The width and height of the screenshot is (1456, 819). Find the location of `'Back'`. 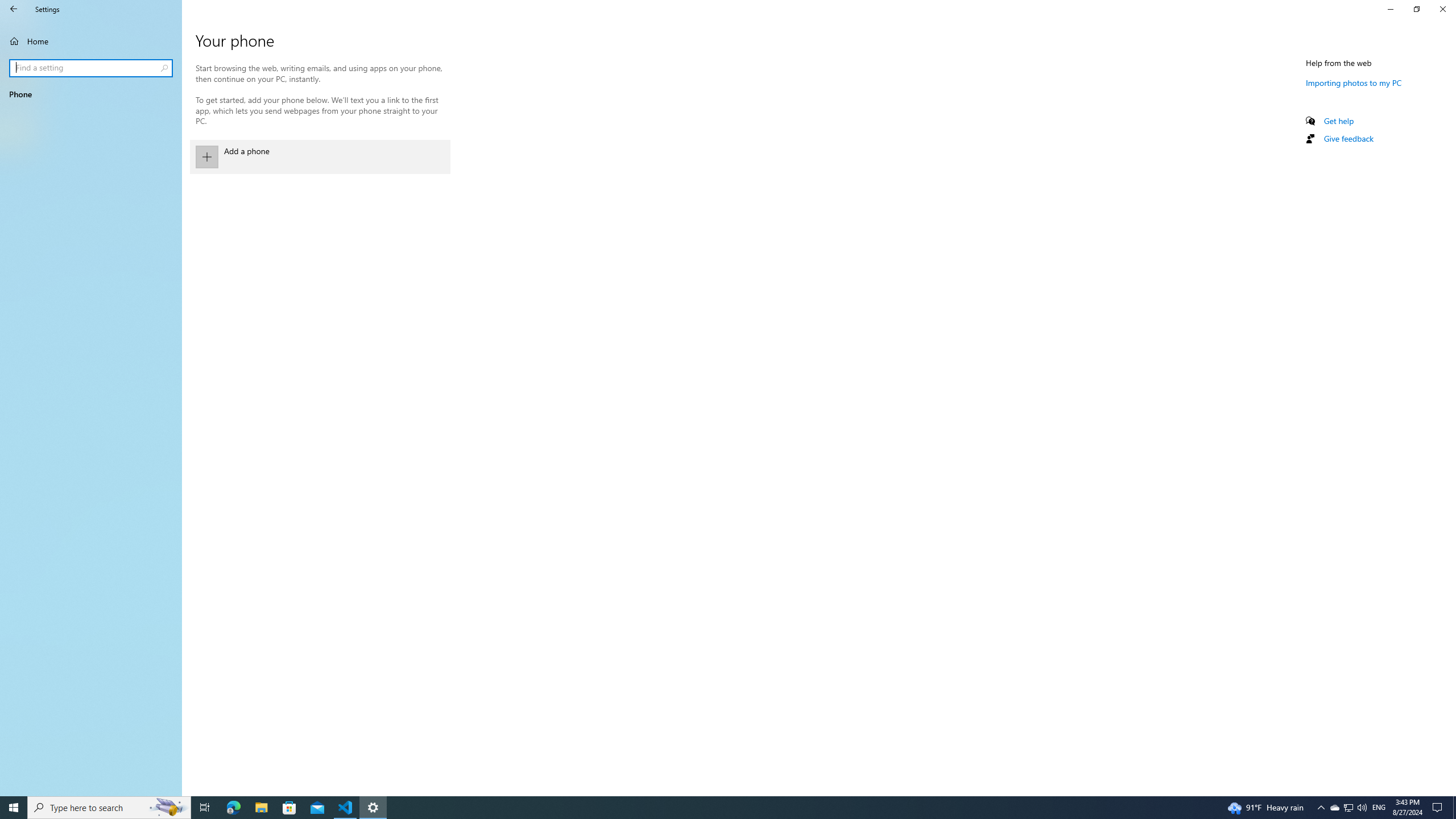

'Back' is located at coordinates (14, 9).